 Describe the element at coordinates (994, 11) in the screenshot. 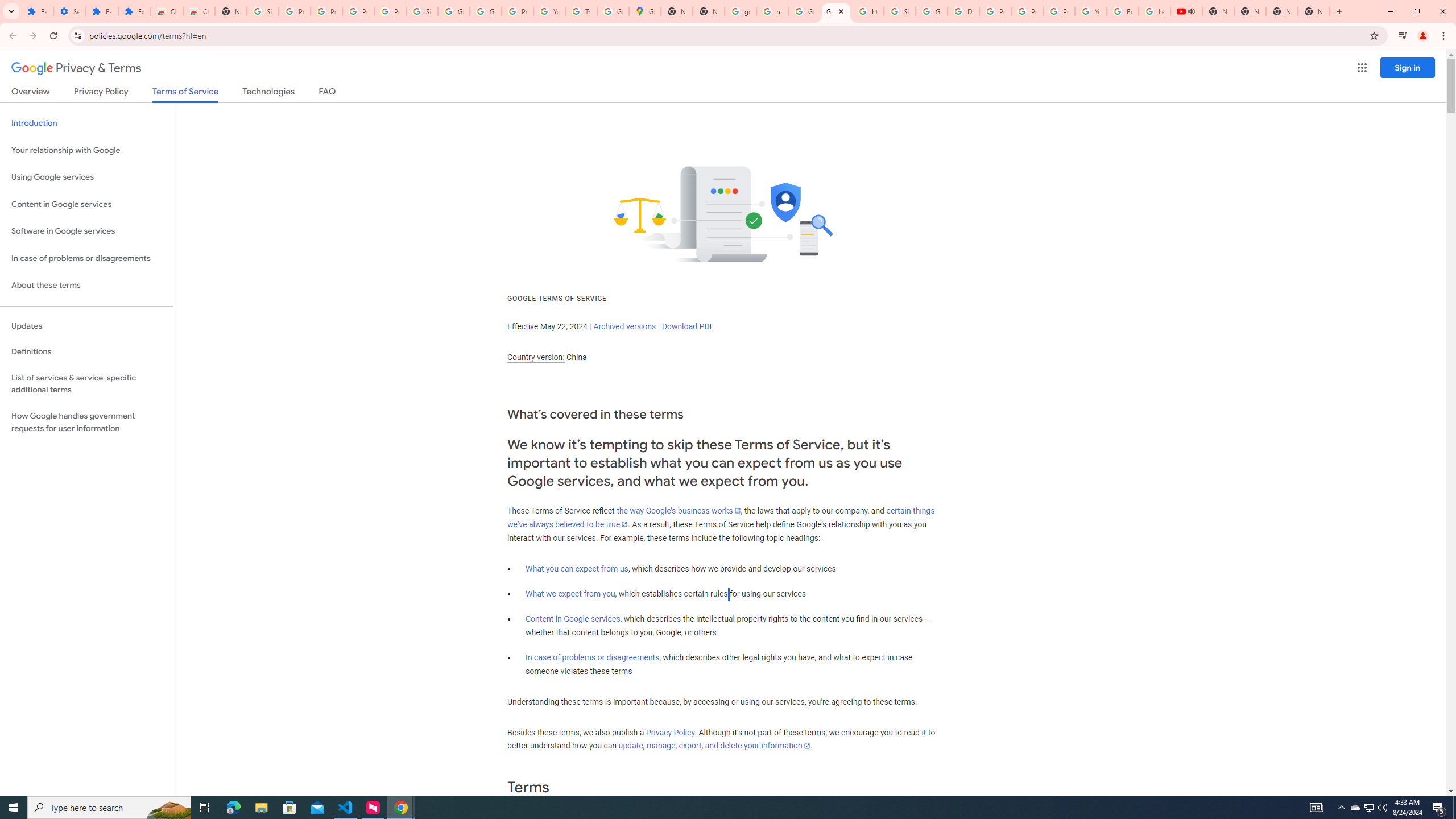

I see `'Privacy Help Center - Policies Help'` at that location.